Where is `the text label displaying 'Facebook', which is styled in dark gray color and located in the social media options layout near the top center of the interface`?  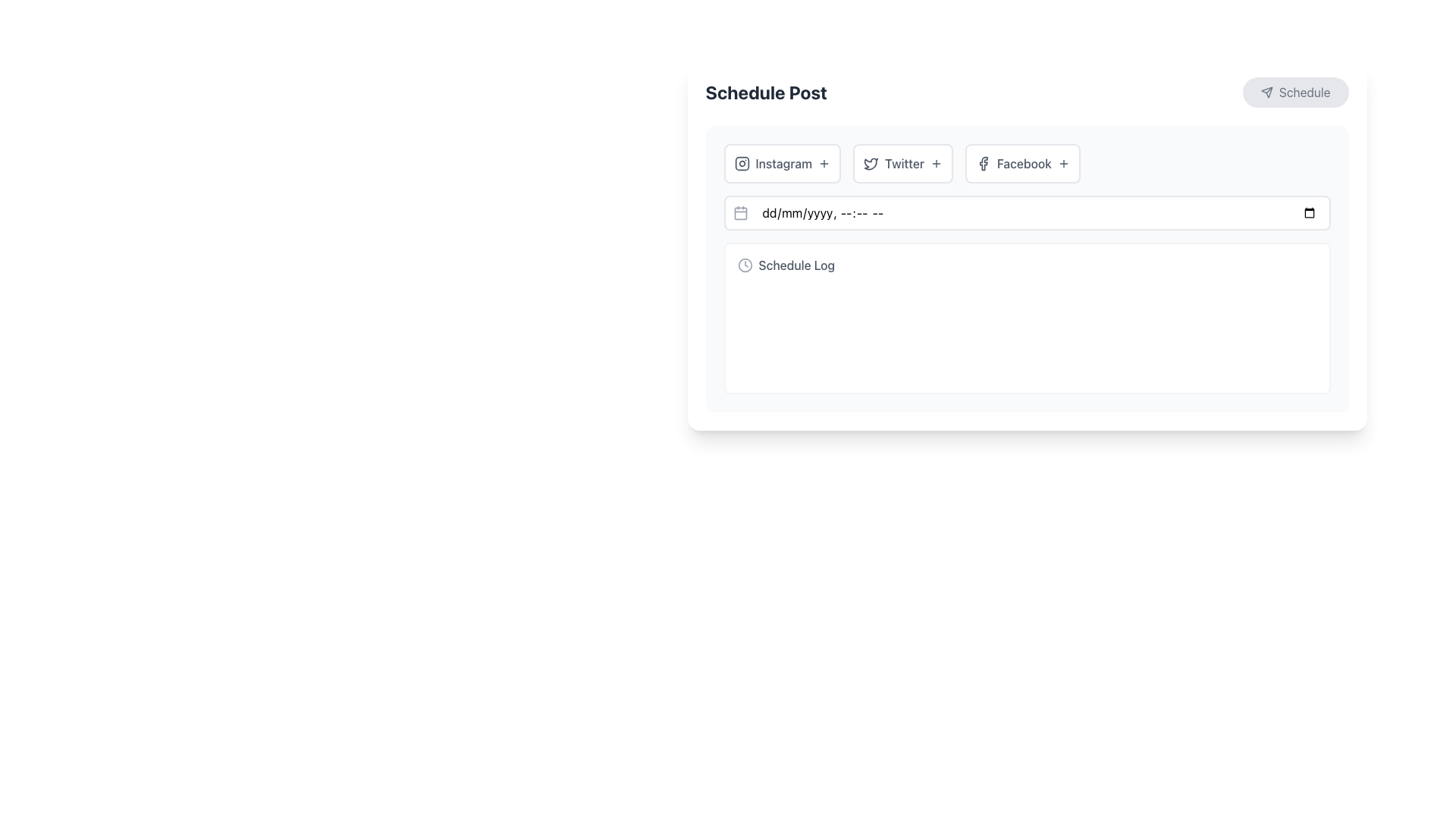 the text label displaying 'Facebook', which is styled in dark gray color and located in the social media options layout near the top center of the interface is located at coordinates (1024, 164).